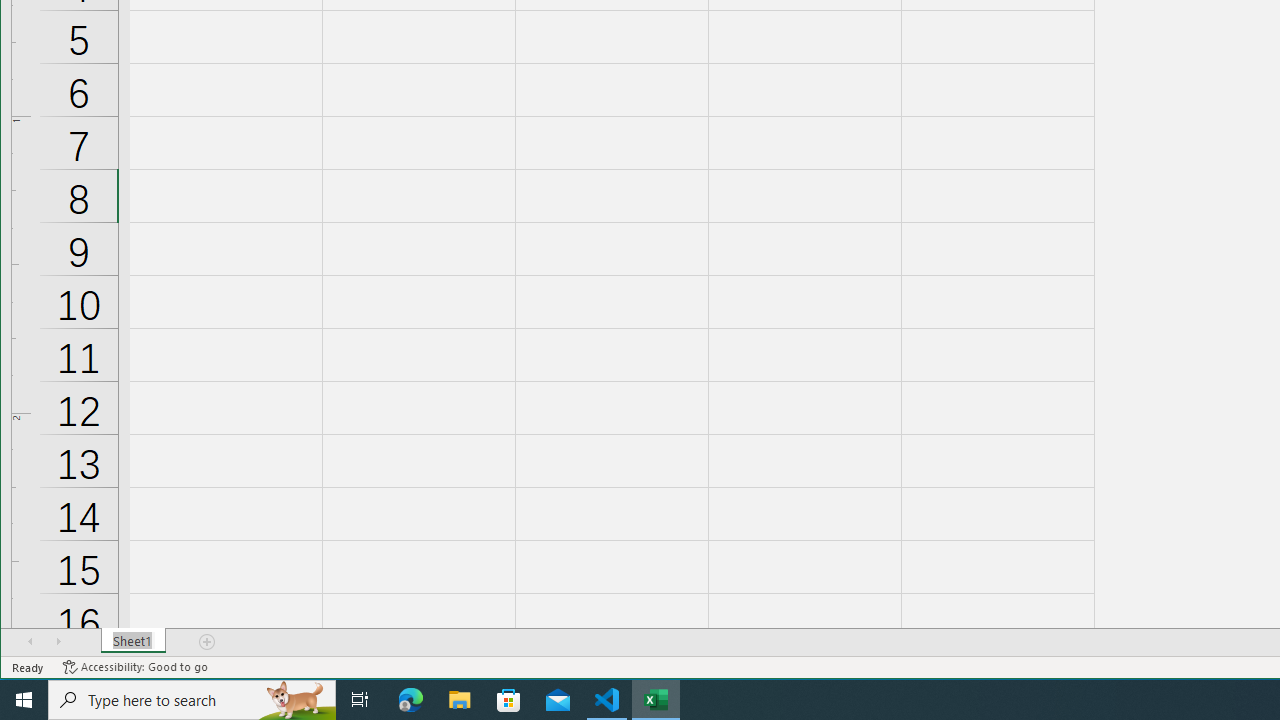 This screenshot has width=1280, height=720. What do you see at coordinates (359, 698) in the screenshot?
I see `'Task View'` at bounding box center [359, 698].